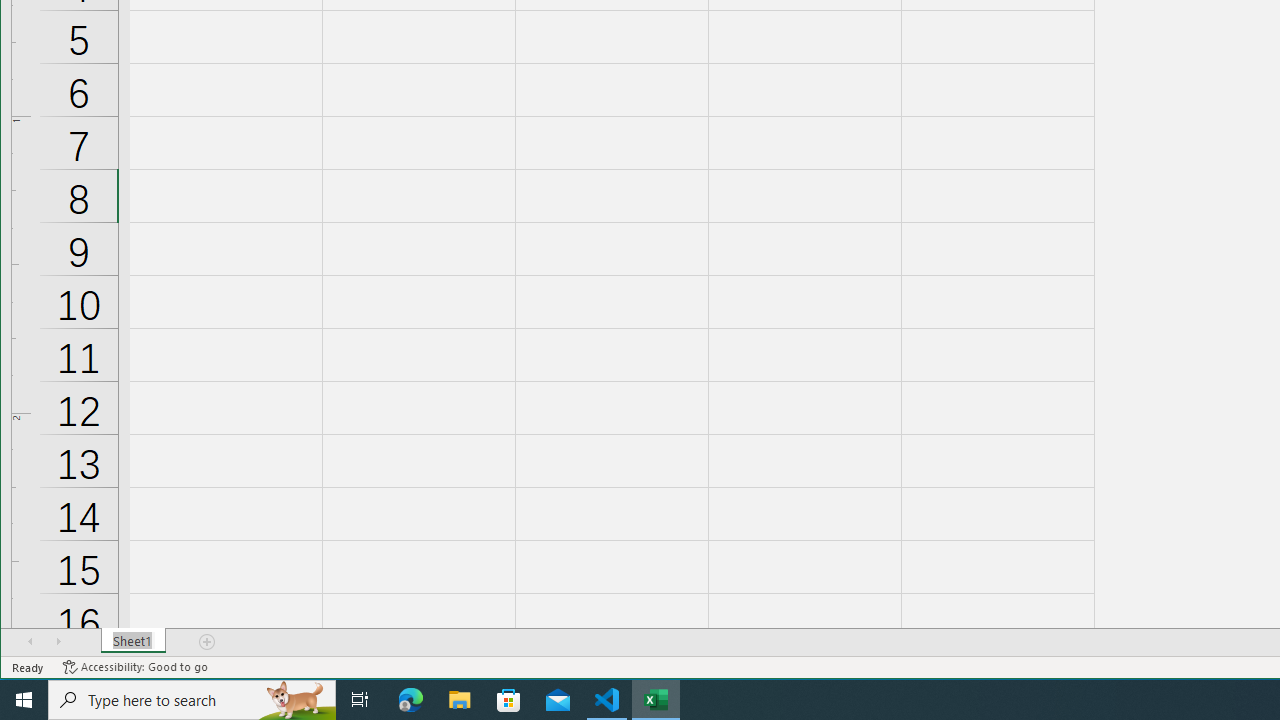 This screenshot has width=1280, height=720. What do you see at coordinates (359, 698) in the screenshot?
I see `'Task View'` at bounding box center [359, 698].